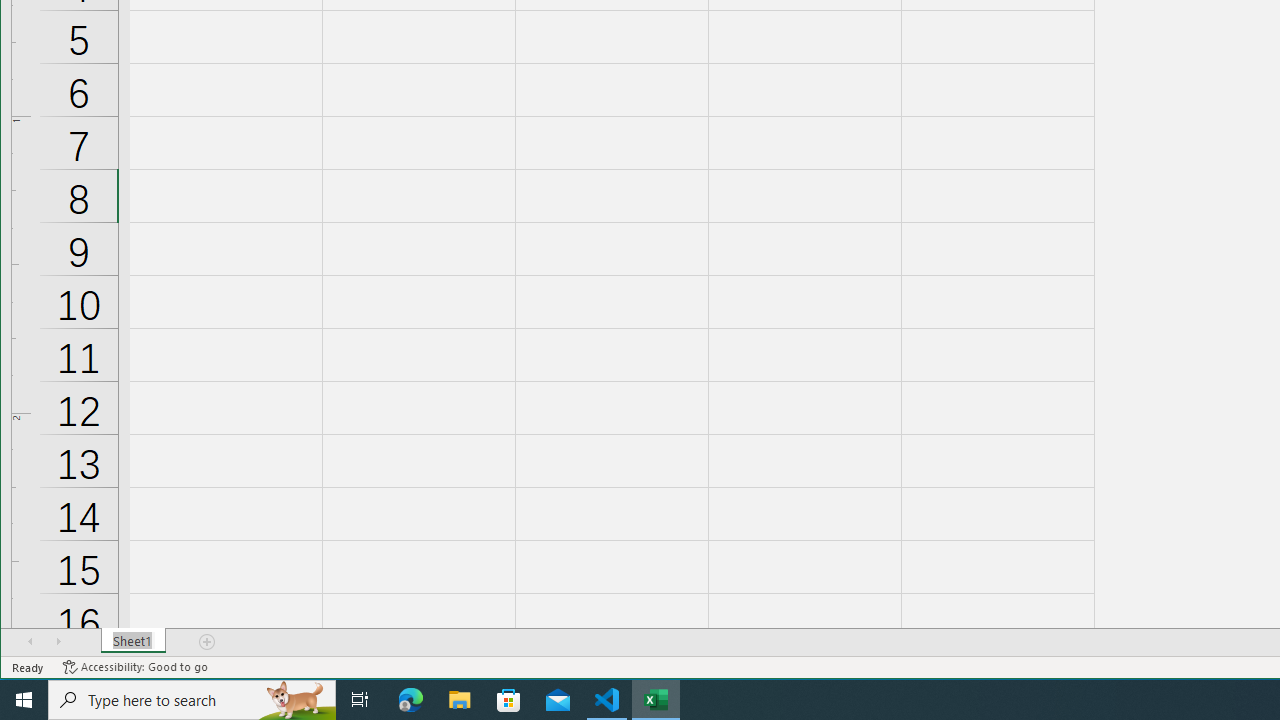 This screenshot has width=1280, height=720. What do you see at coordinates (359, 698) in the screenshot?
I see `'Task View'` at bounding box center [359, 698].